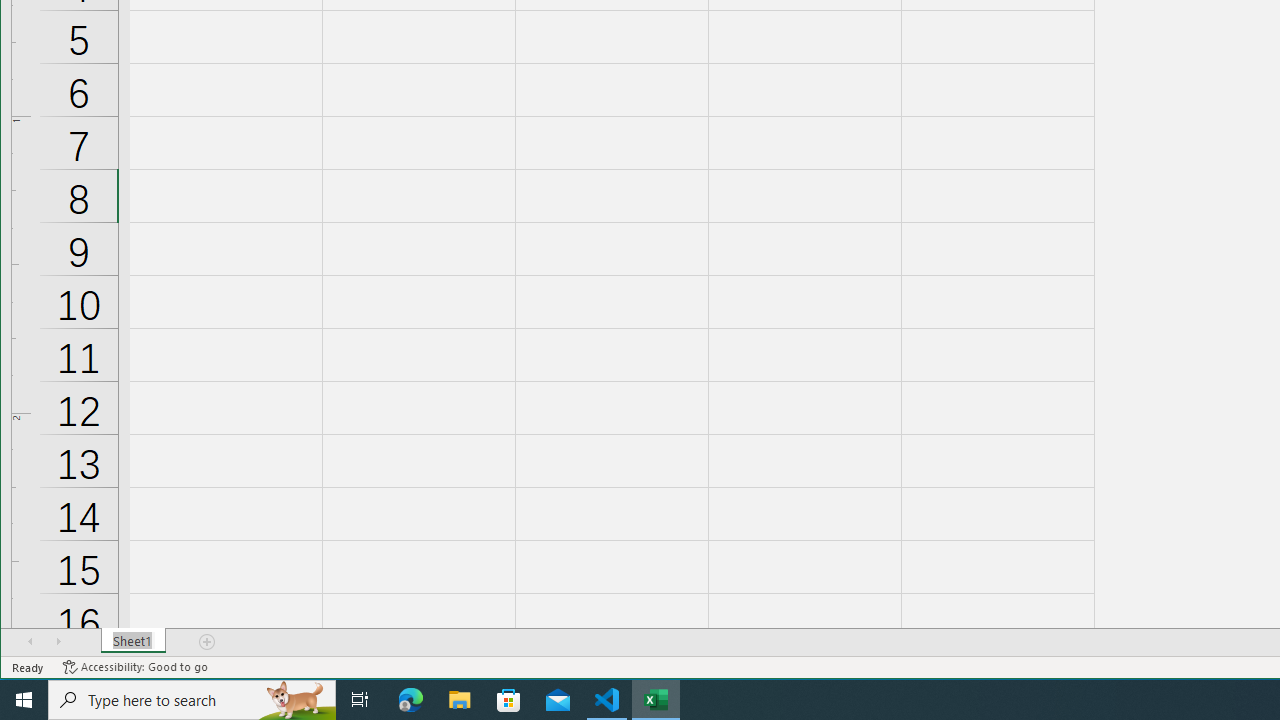 This screenshot has width=1280, height=720. What do you see at coordinates (359, 698) in the screenshot?
I see `'Task View'` at bounding box center [359, 698].